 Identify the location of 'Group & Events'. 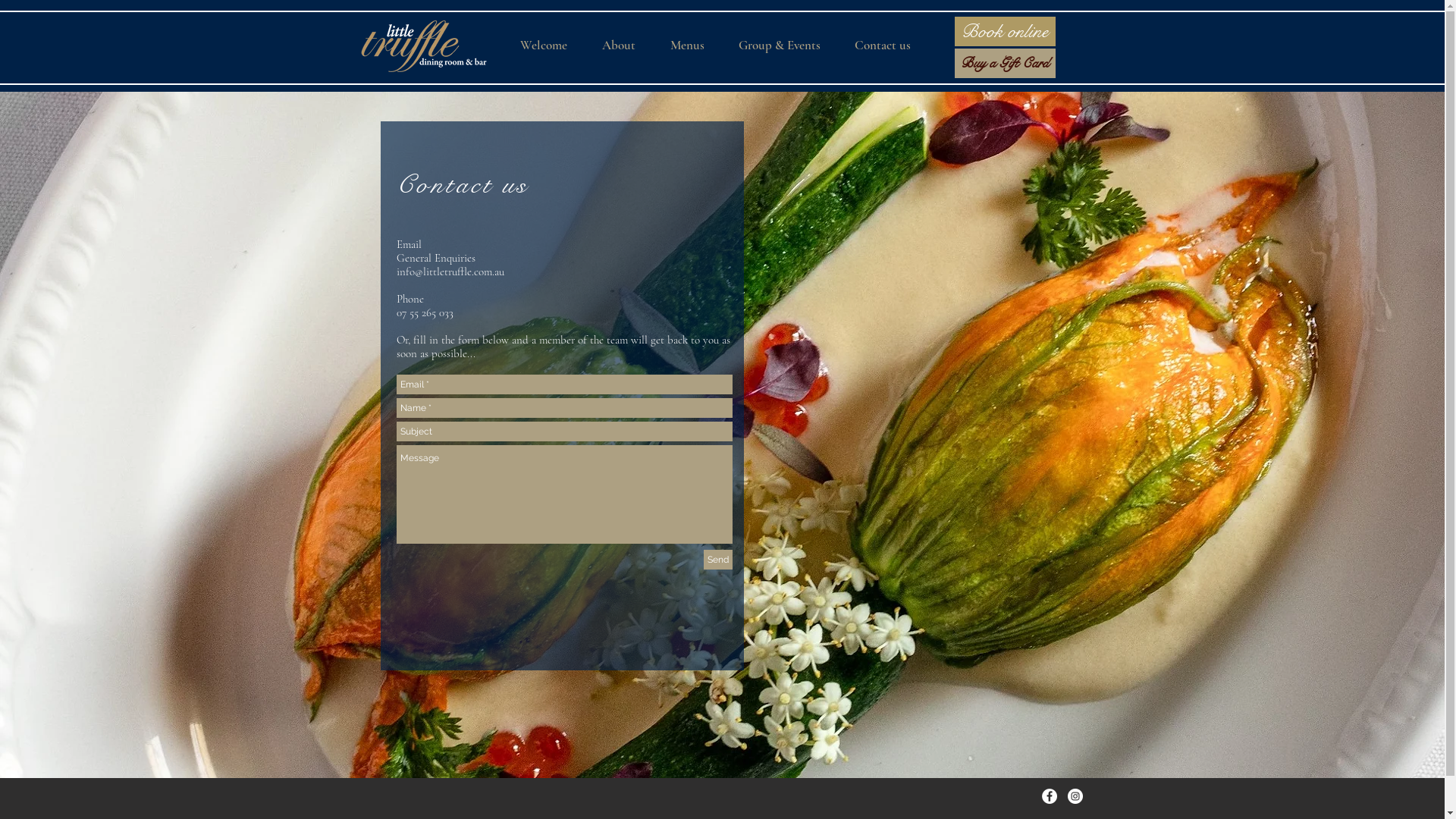
(786, 45).